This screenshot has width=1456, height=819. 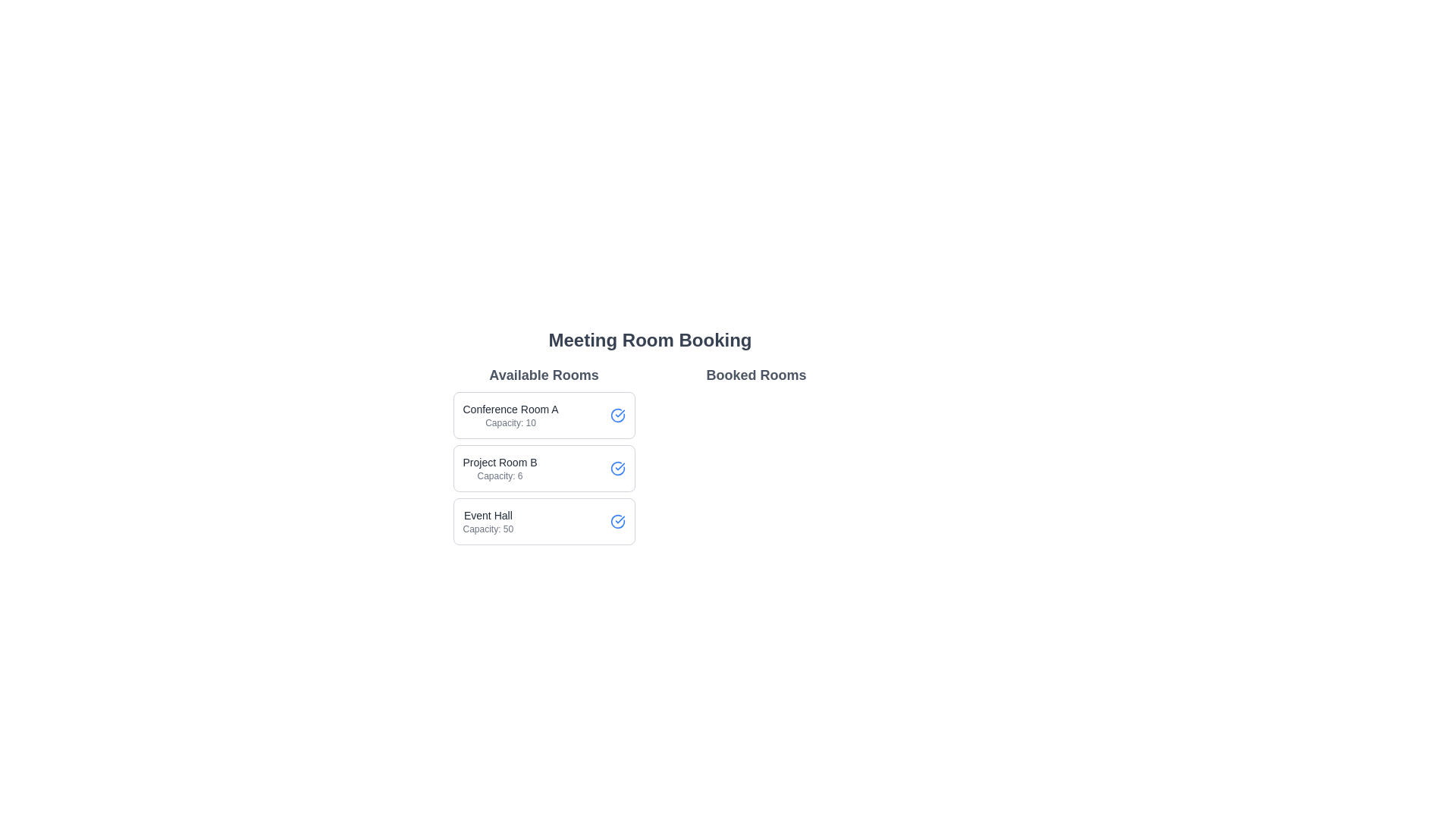 I want to click on the icon with a blue outline and a checkmark inside, located to the right of 'Project Room B' in the 'Meeting Room Booking' interface, so click(x=617, y=467).